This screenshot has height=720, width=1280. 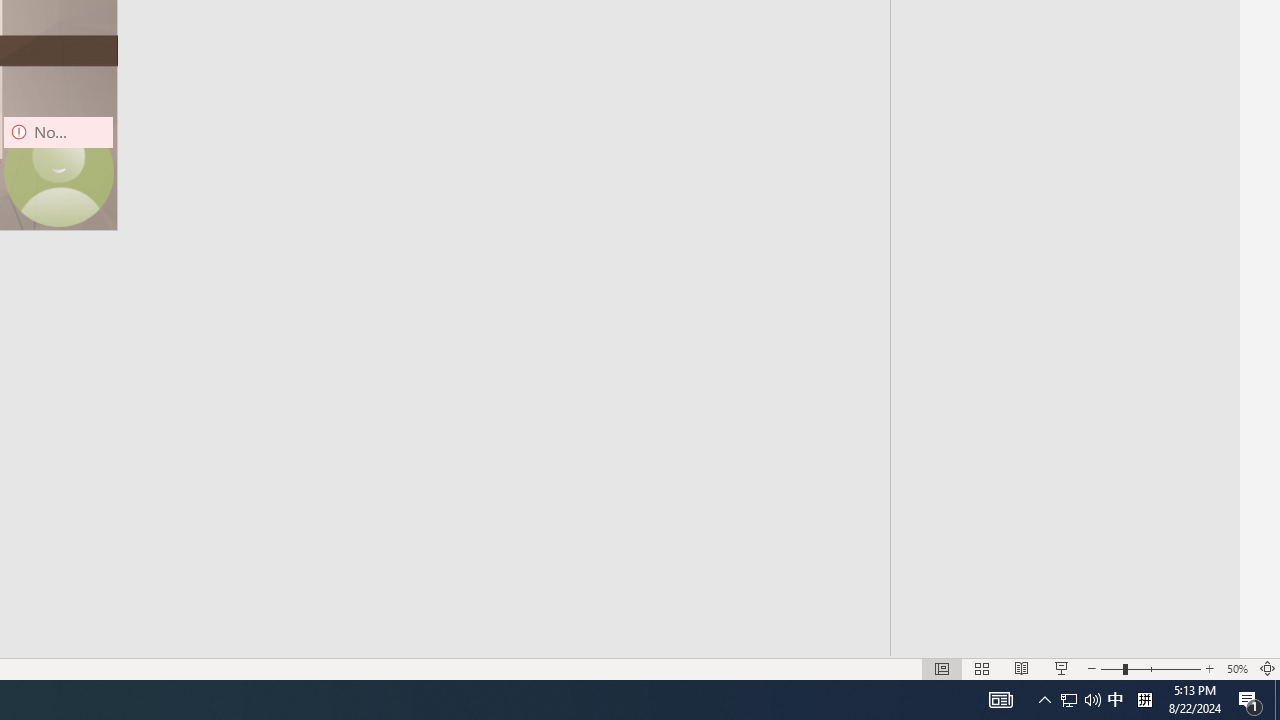 What do you see at coordinates (58, 170) in the screenshot?
I see `'Camera 9, No camera detected.'` at bounding box center [58, 170].